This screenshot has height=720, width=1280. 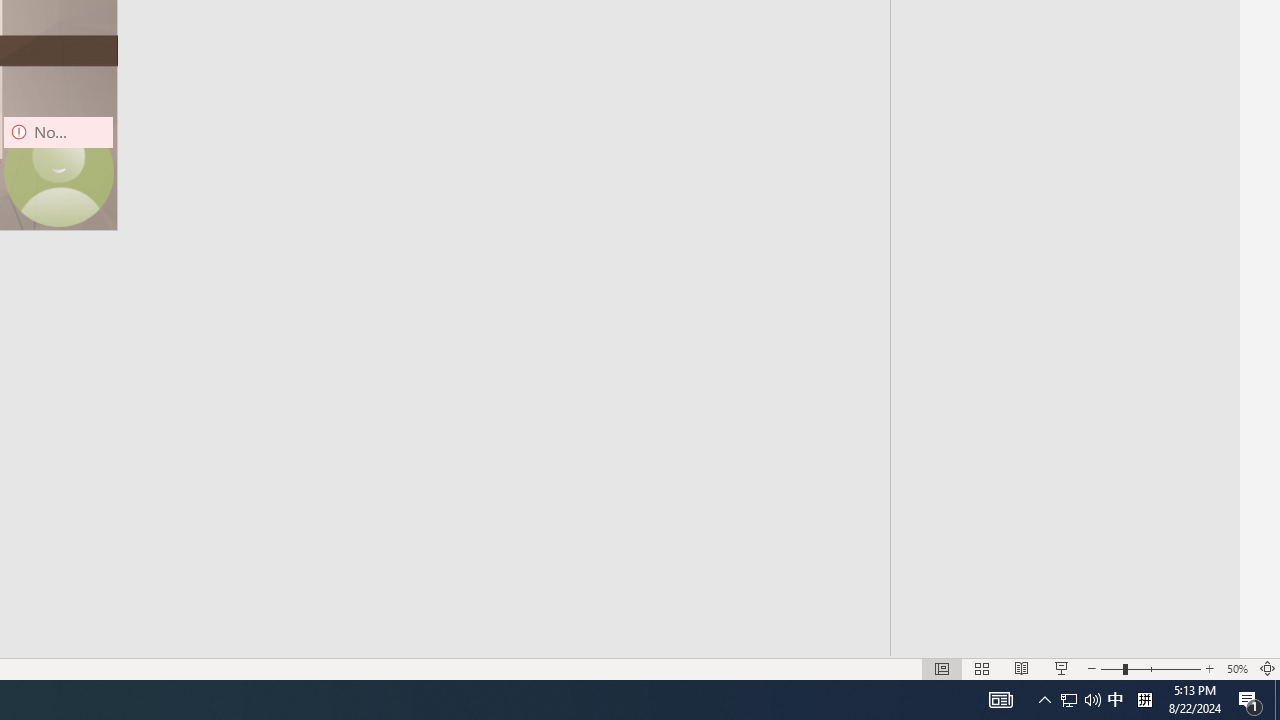 What do you see at coordinates (58, 170) in the screenshot?
I see `'Camera 9, No camera detected.'` at bounding box center [58, 170].